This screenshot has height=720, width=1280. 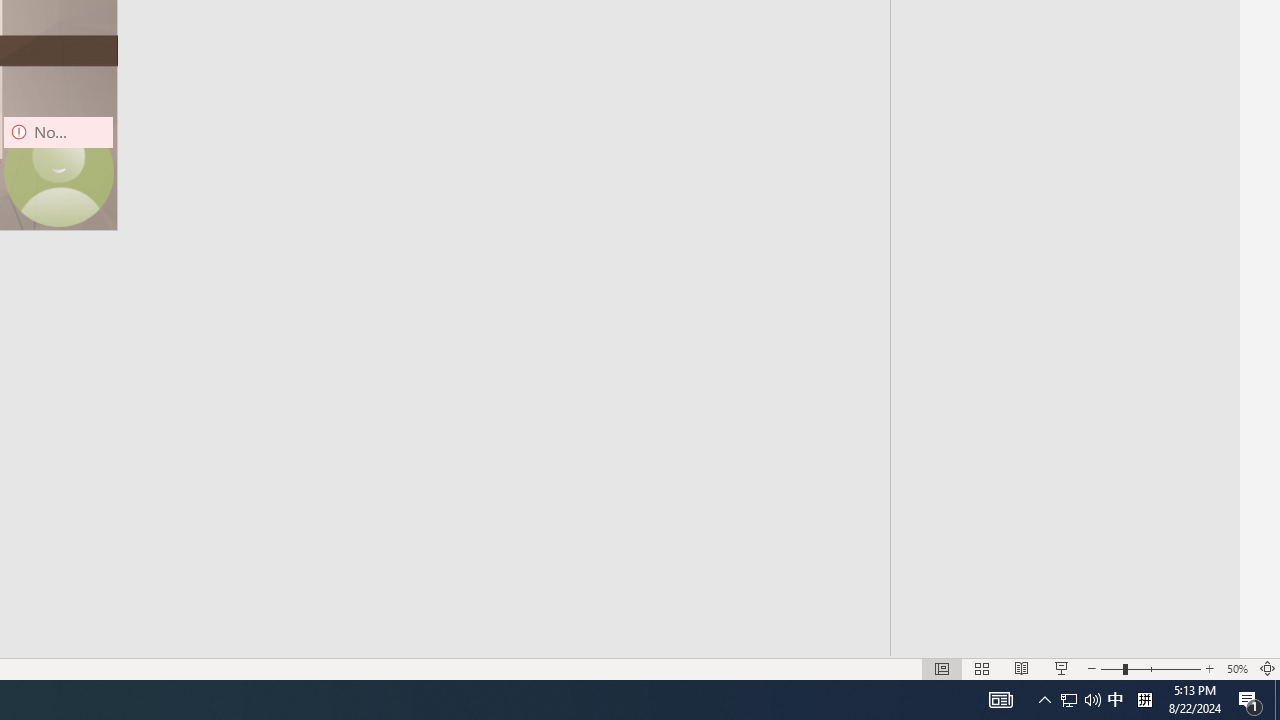 What do you see at coordinates (58, 170) in the screenshot?
I see `'Camera 9, No camera detected.'` at bounding box center [58, 170].